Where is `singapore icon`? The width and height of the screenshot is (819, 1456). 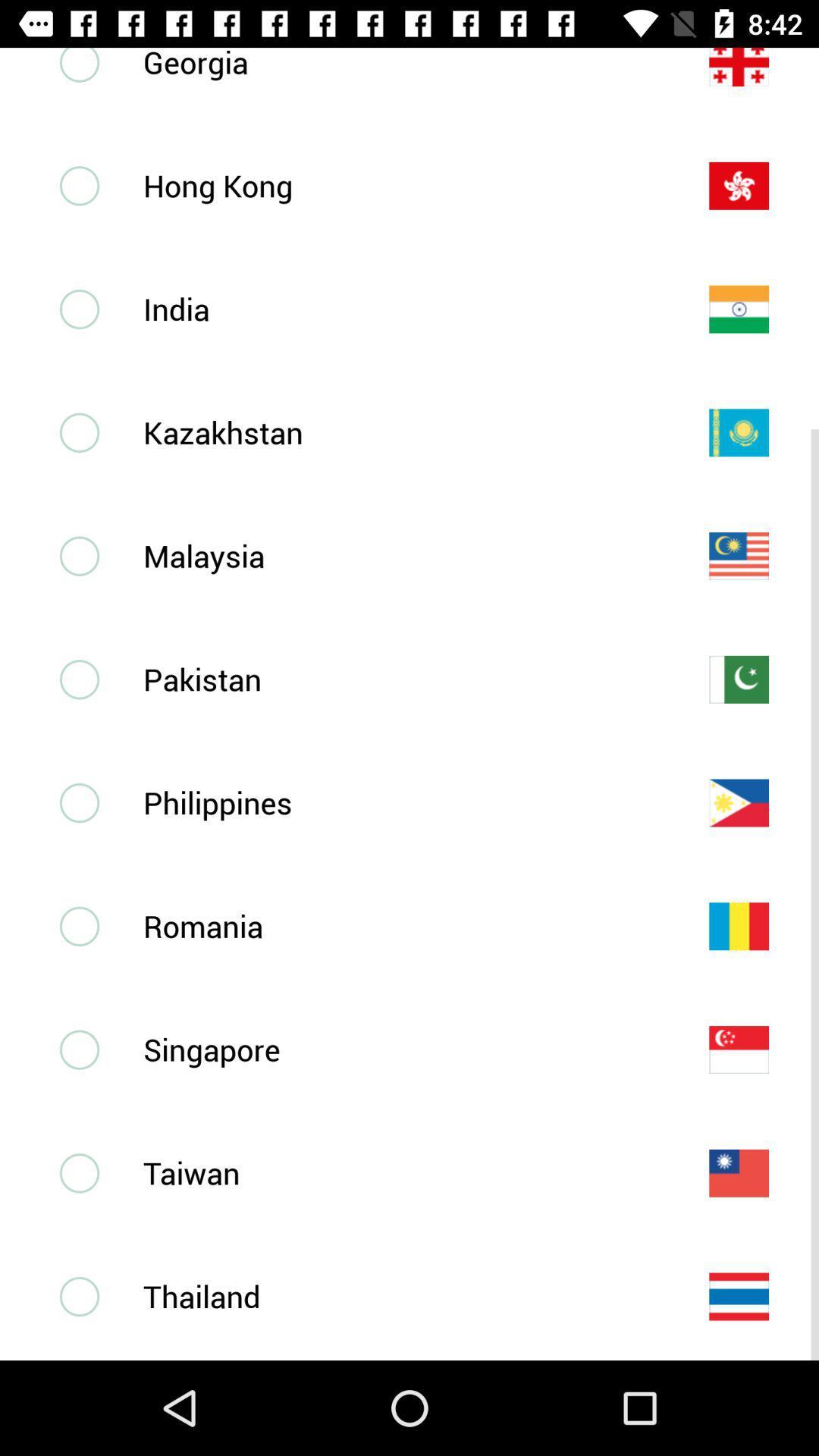 singapore icon is located at coordinates (400, 1049).